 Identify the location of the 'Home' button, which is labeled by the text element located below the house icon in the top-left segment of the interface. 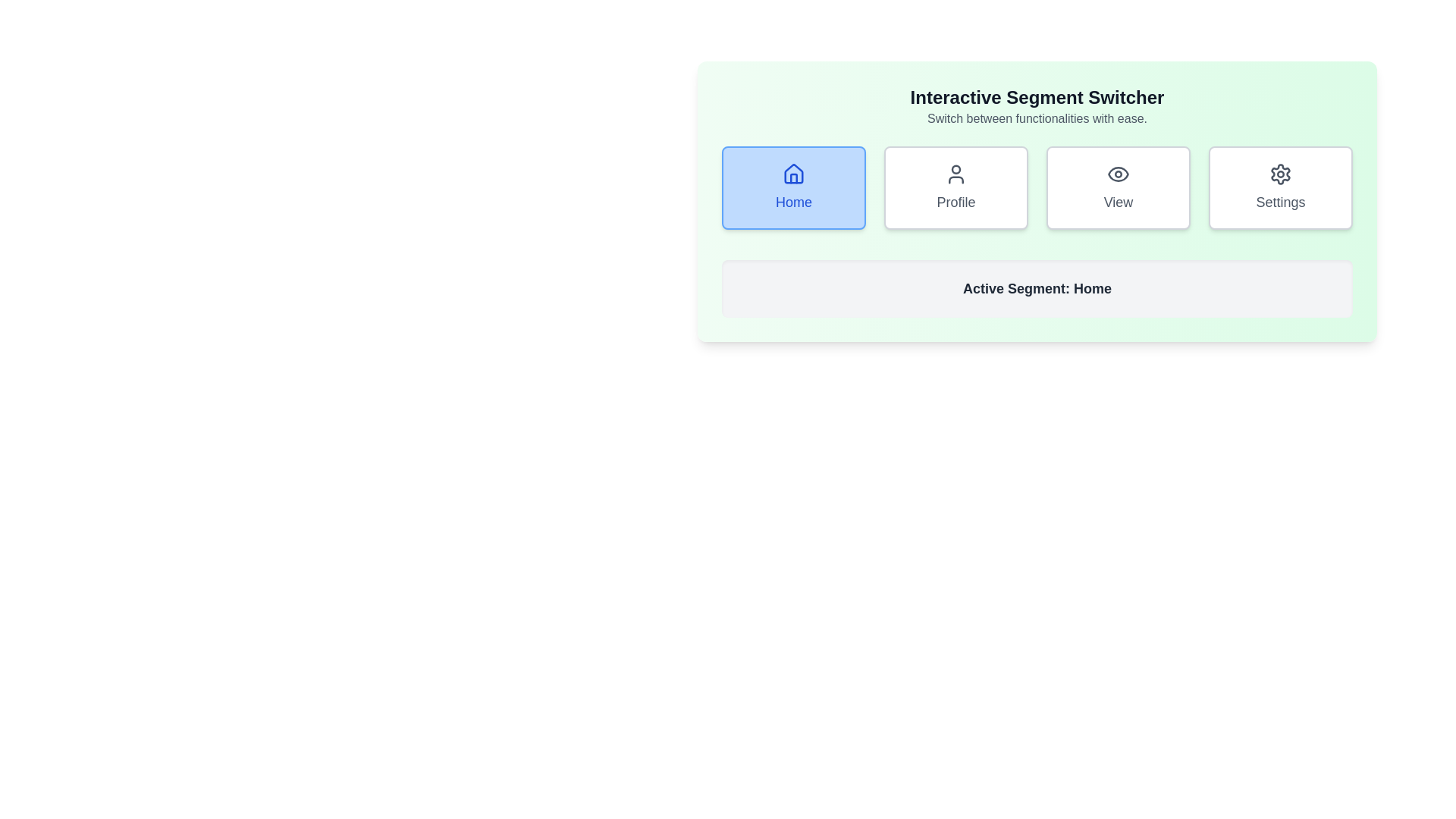
(792, 201).